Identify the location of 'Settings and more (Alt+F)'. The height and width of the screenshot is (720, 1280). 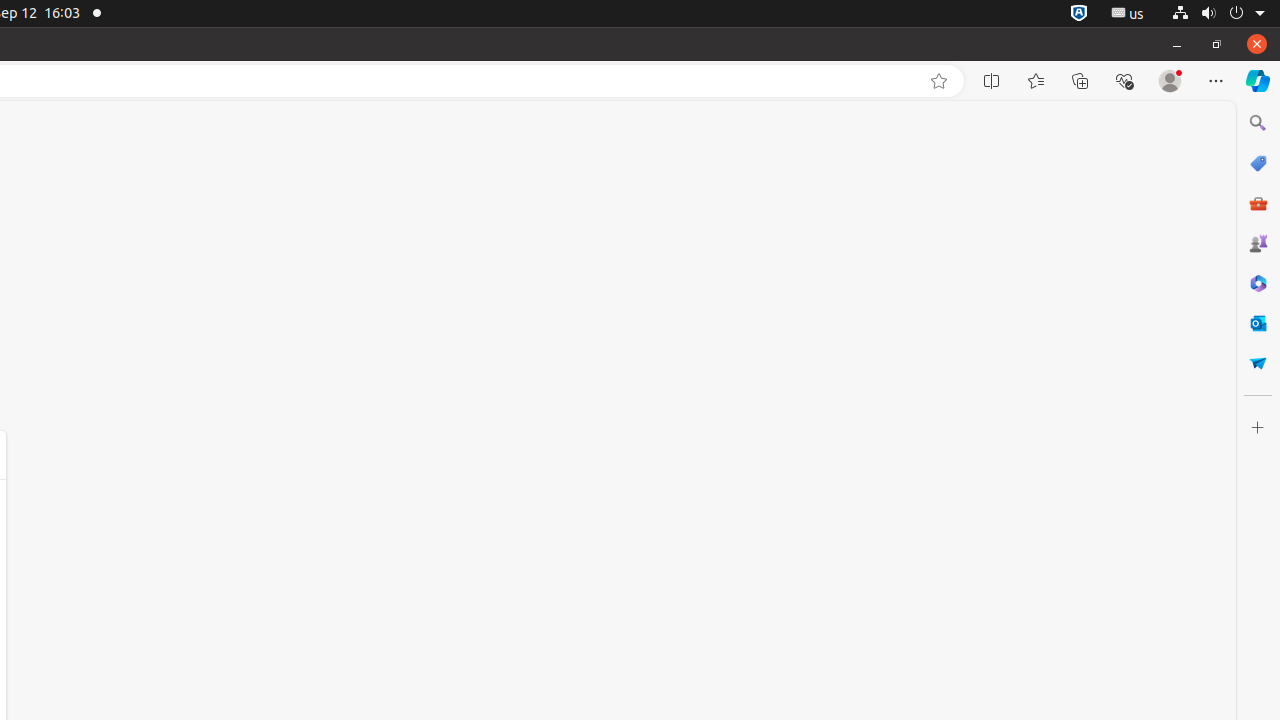
(1215, 80).